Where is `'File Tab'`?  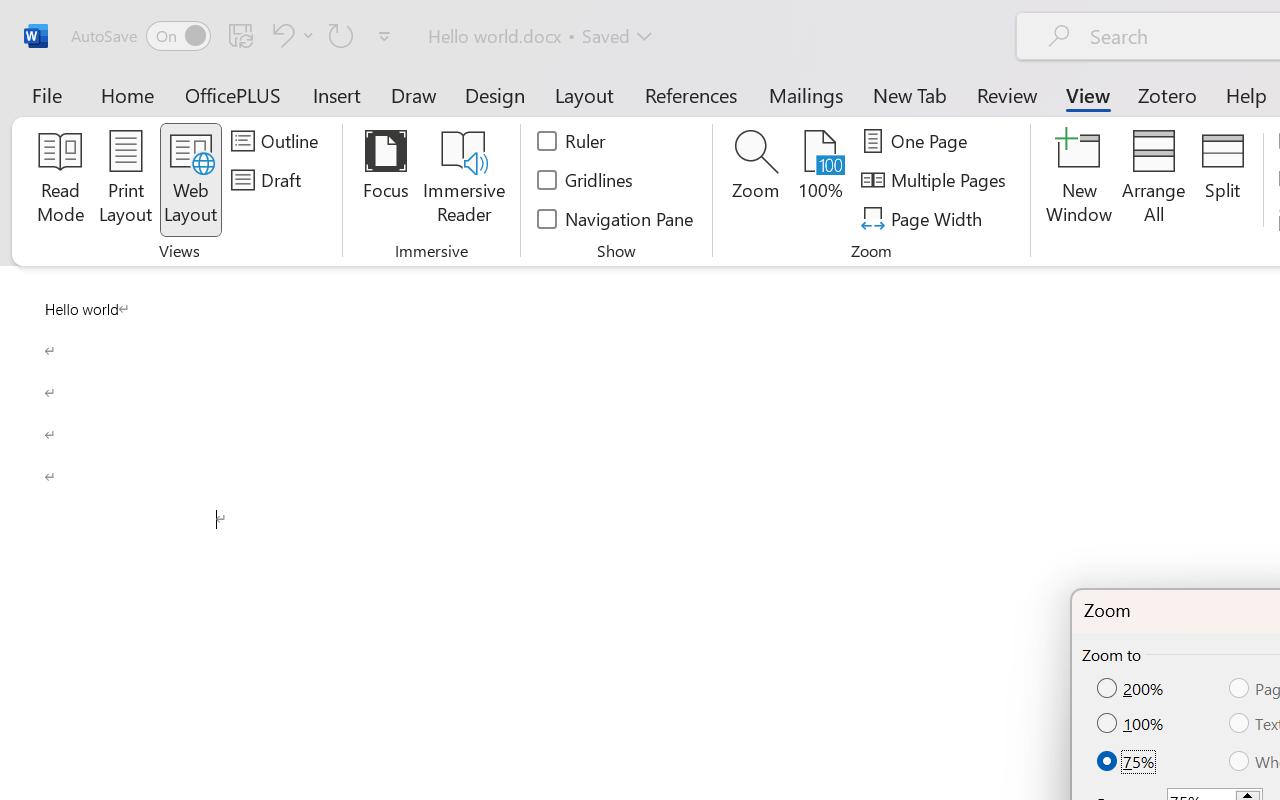
'File Tab' is located at coordinates (46, 94).